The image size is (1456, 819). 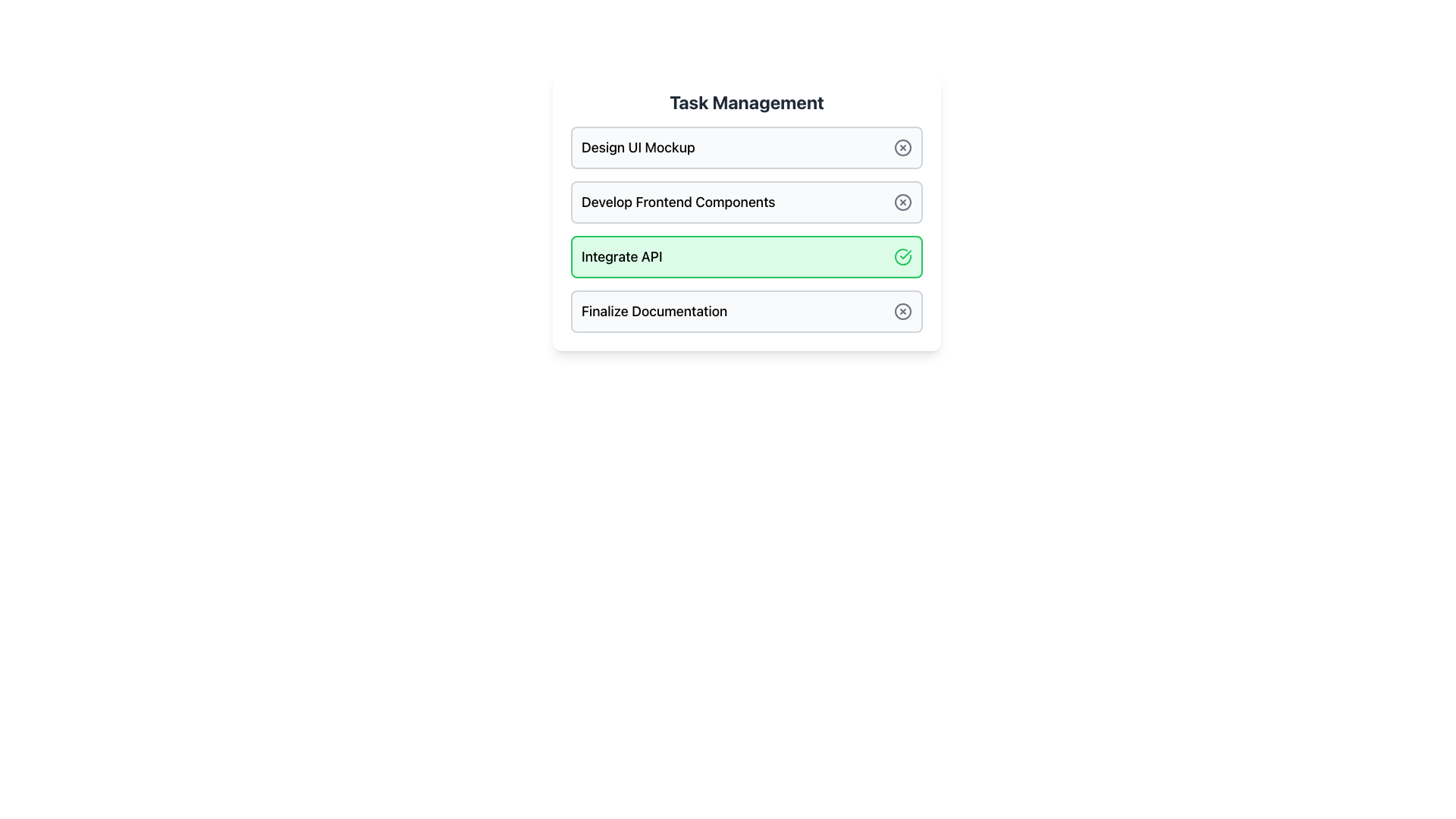 What do you see at coordinates (746, 148) in the screenshot?
I see `the first task entry in the task management interface` at bounding box center [746, 148].